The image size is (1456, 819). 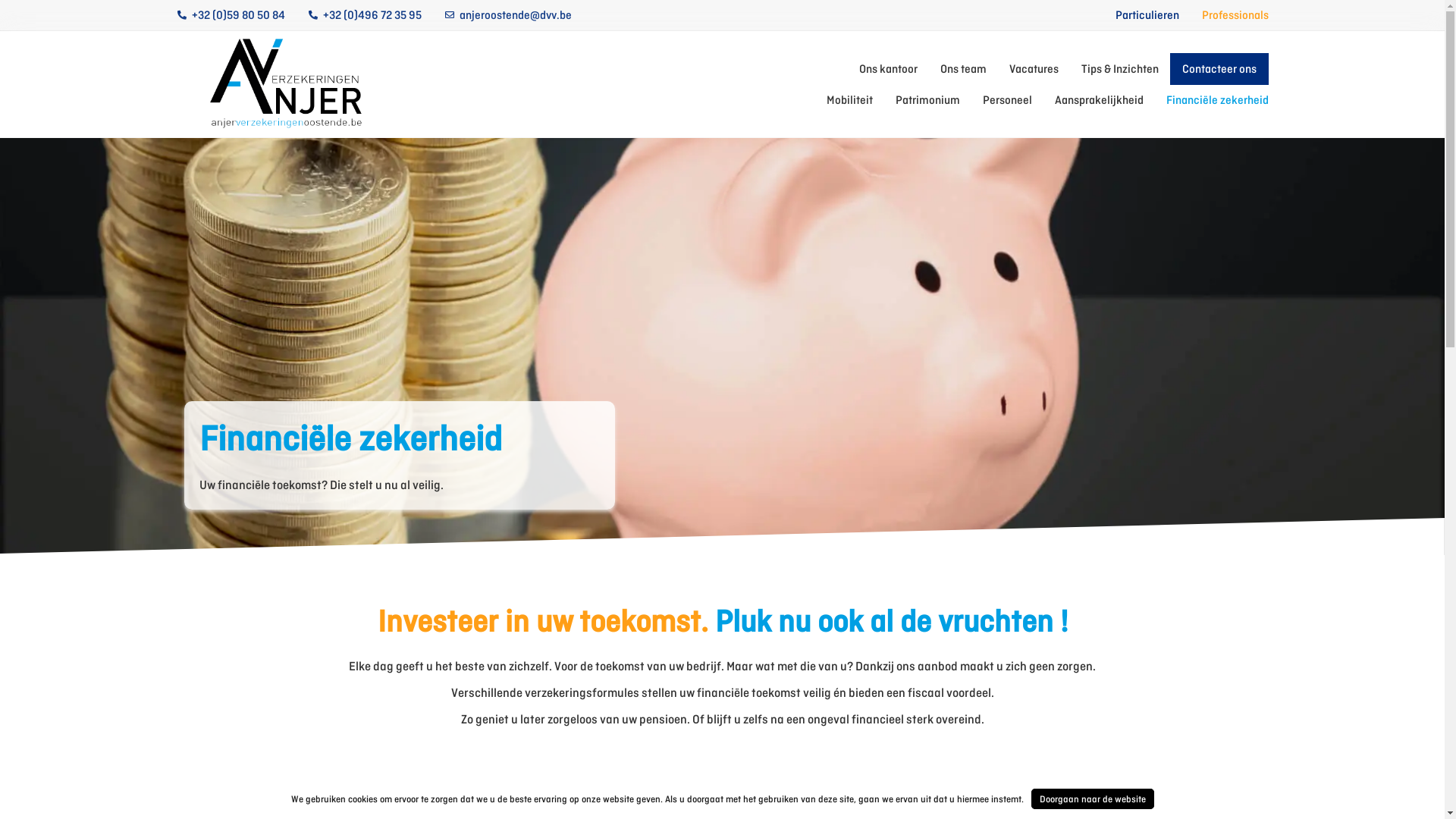 I want to click on 'Tips & Inzichten', so click(x=1120, y=69).